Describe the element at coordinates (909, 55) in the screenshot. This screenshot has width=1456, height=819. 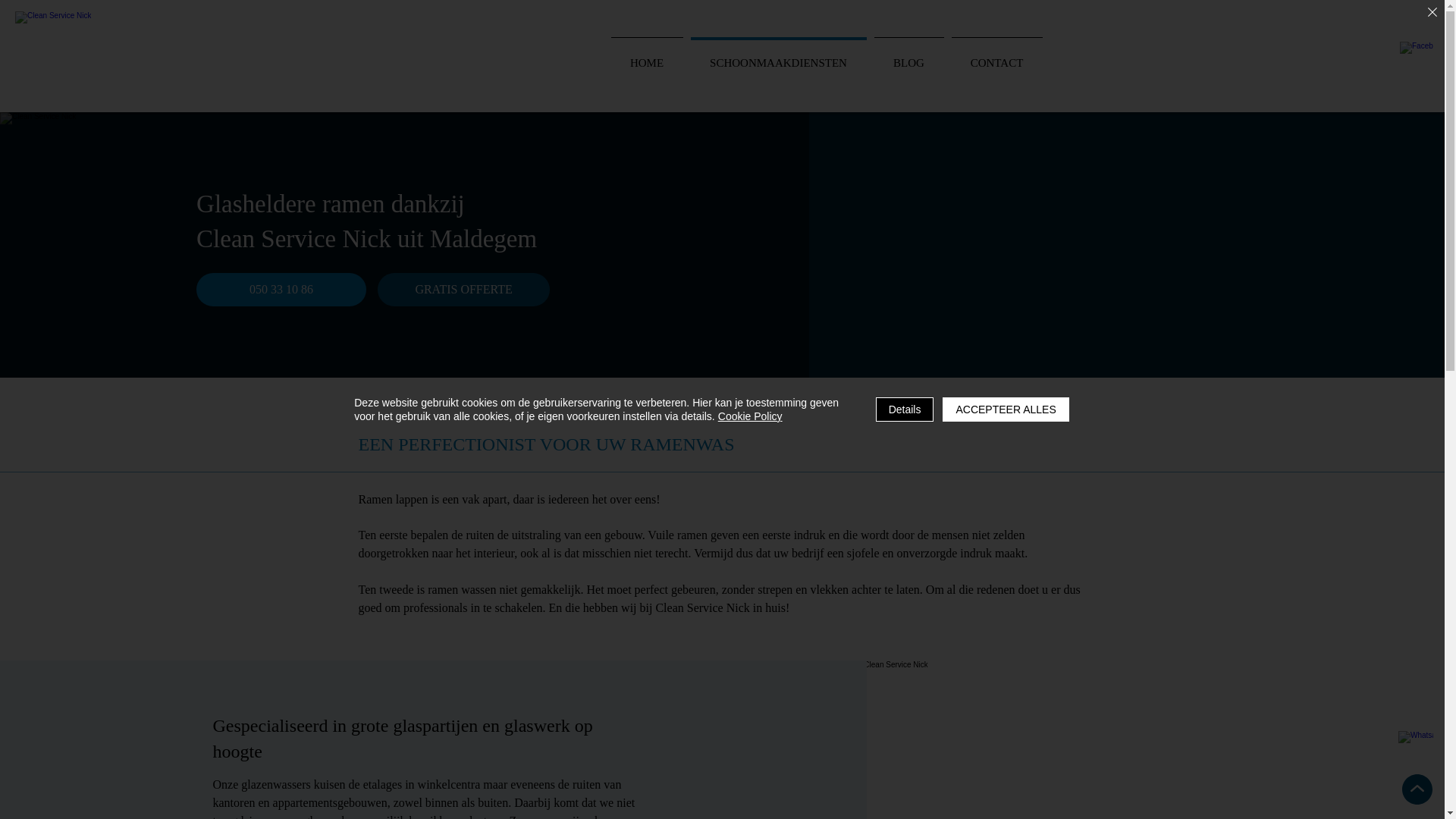
I see `'BLOG'` at that location.